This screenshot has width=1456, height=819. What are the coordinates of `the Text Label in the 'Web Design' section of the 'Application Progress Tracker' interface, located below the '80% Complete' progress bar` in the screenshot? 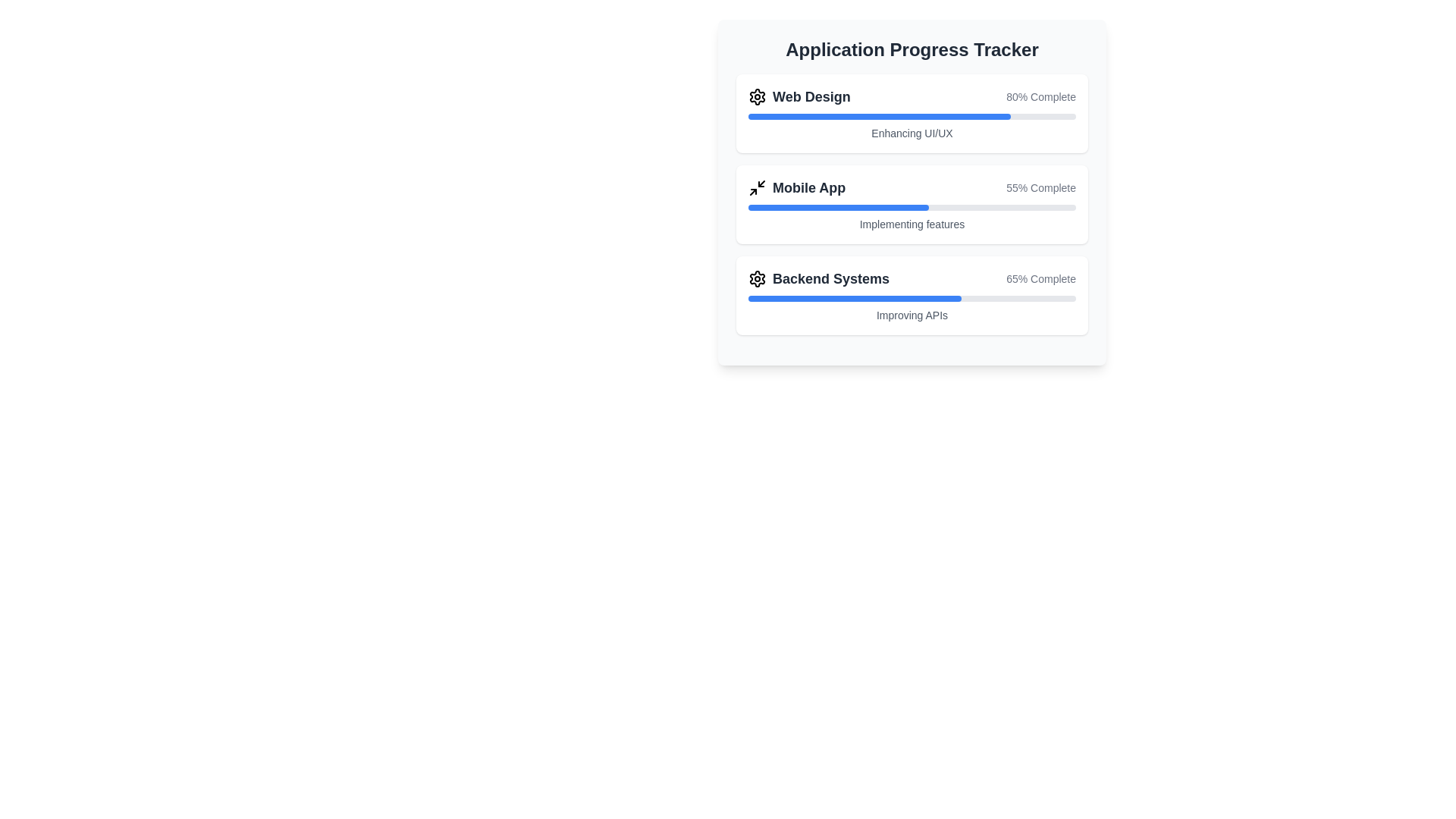 It's located at (912, 133).